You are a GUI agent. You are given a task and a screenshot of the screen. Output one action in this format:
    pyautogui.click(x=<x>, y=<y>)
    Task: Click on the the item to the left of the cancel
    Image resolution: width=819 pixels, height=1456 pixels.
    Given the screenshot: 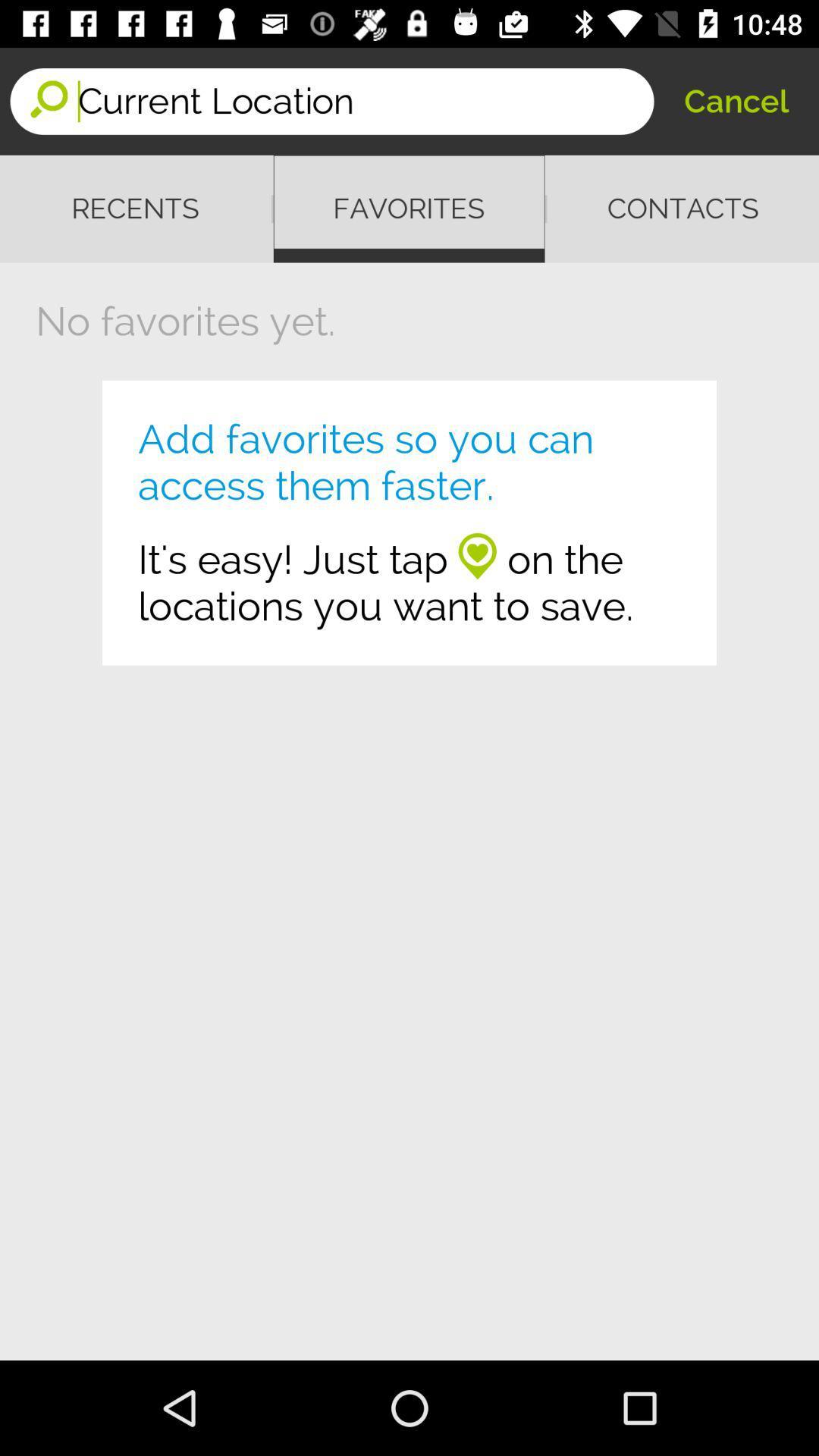 What is the action you would take?
    pyautogui.click(x=366, y=100)
    